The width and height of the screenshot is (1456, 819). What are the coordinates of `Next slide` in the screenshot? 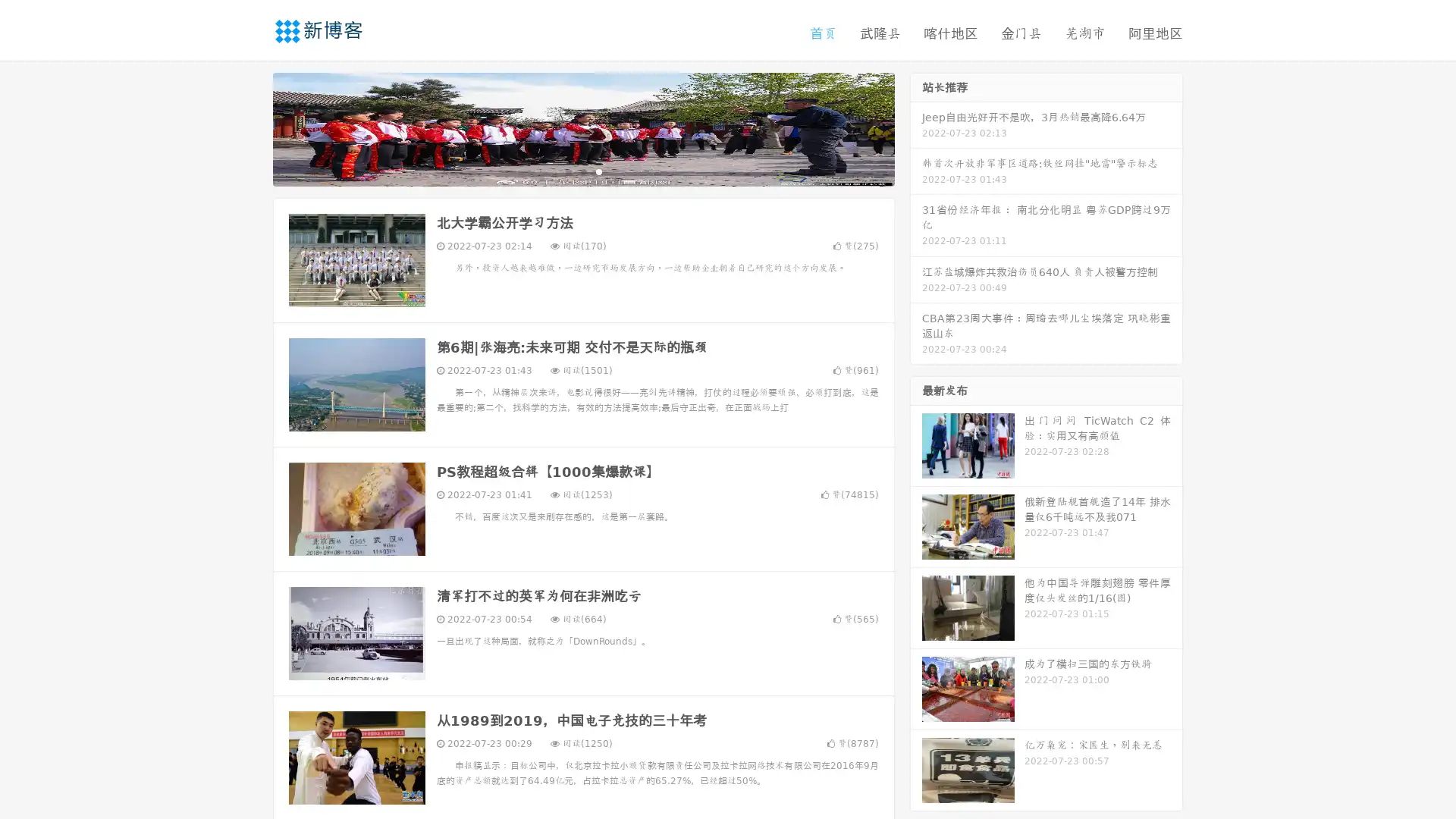 It's located at (916, 127).